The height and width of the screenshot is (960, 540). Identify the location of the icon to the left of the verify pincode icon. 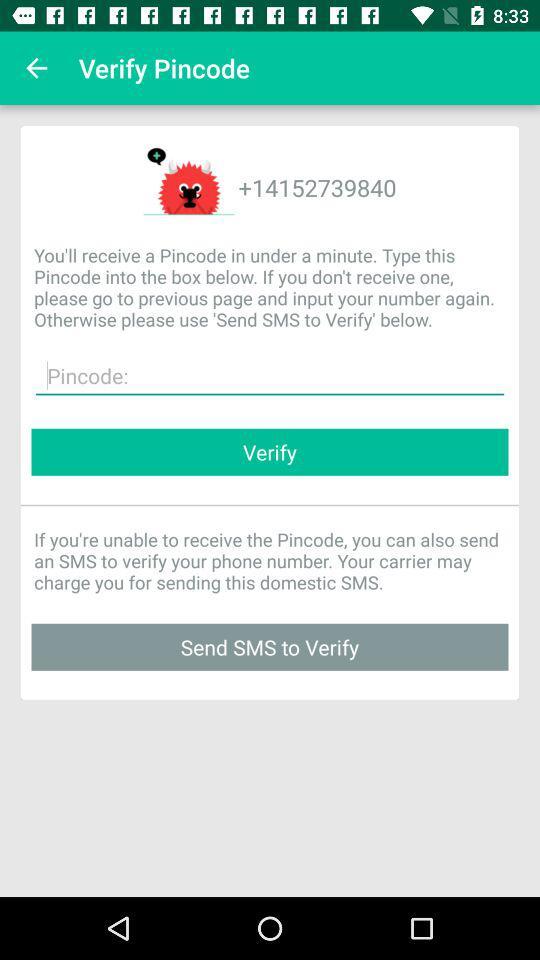
(36, 68).